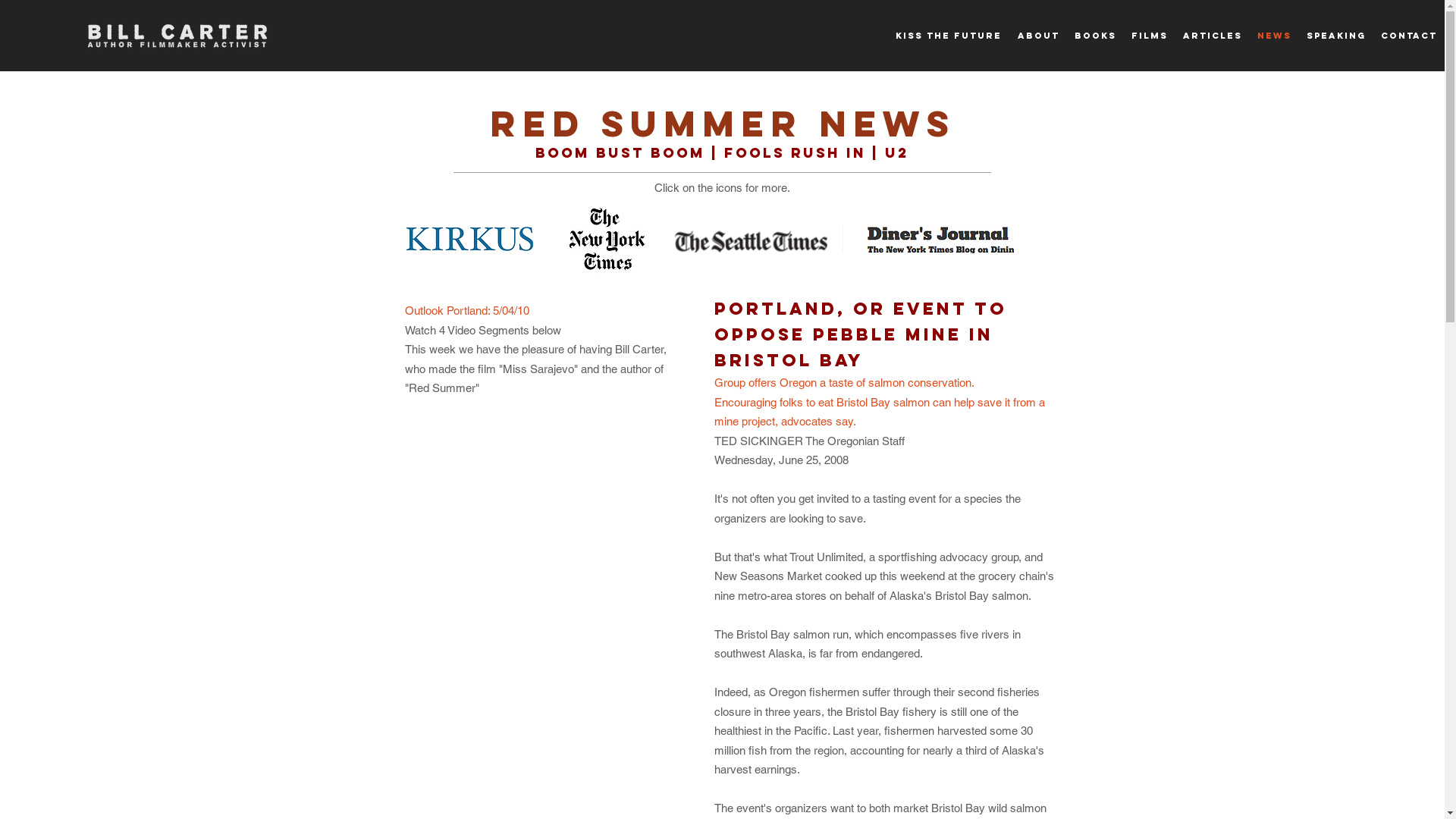  What do you see at coordinates (803, 152) in the screenshot?
I see `'FOOLS RUSH IN | '` at bounding box center [803, 152].